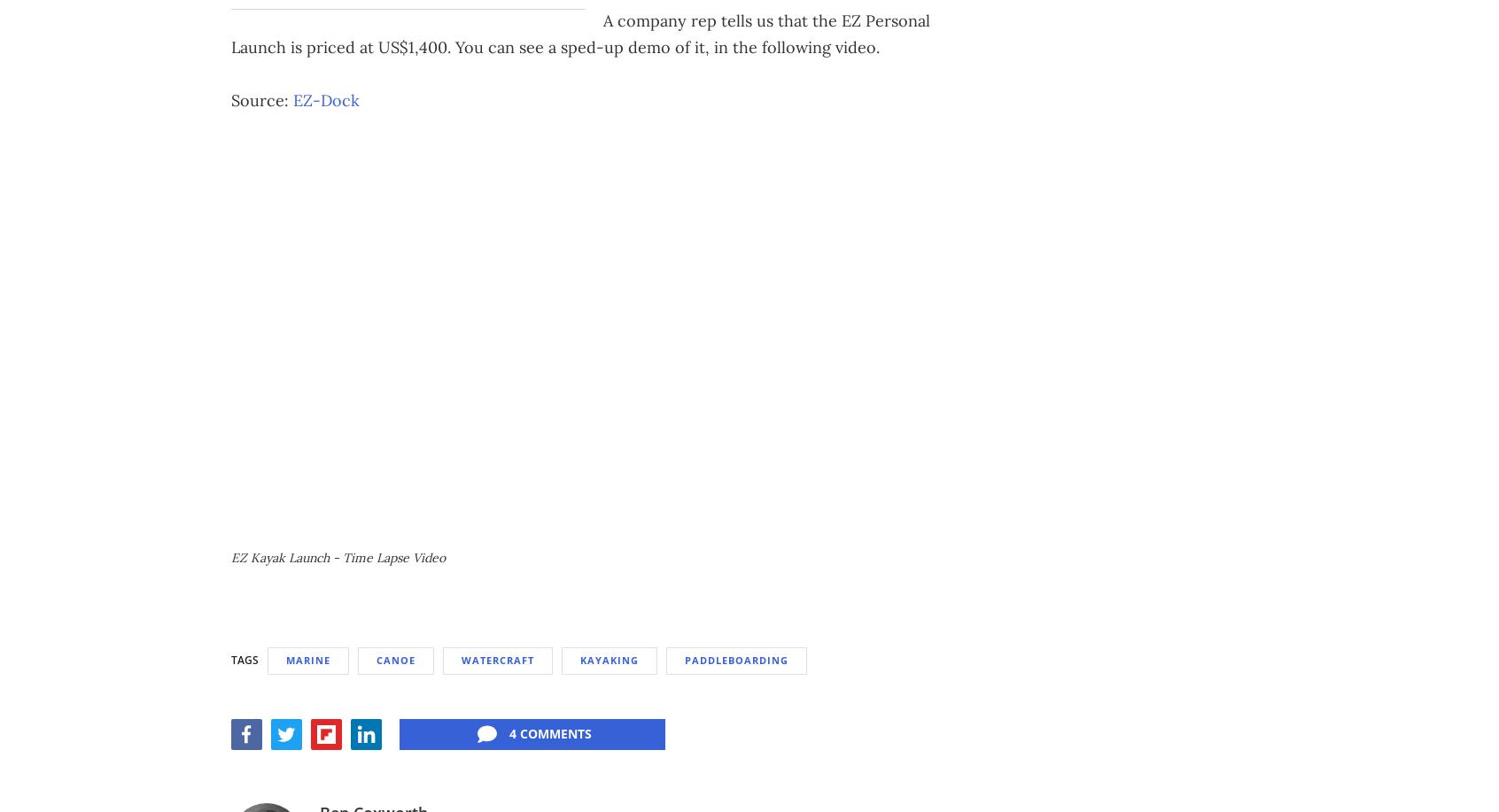  What do you see at coordinates (338, 555) in the screenshot?
I see `'EZ Kayak Launch - Time Lapse Video'` at bounding box center [338, 555].